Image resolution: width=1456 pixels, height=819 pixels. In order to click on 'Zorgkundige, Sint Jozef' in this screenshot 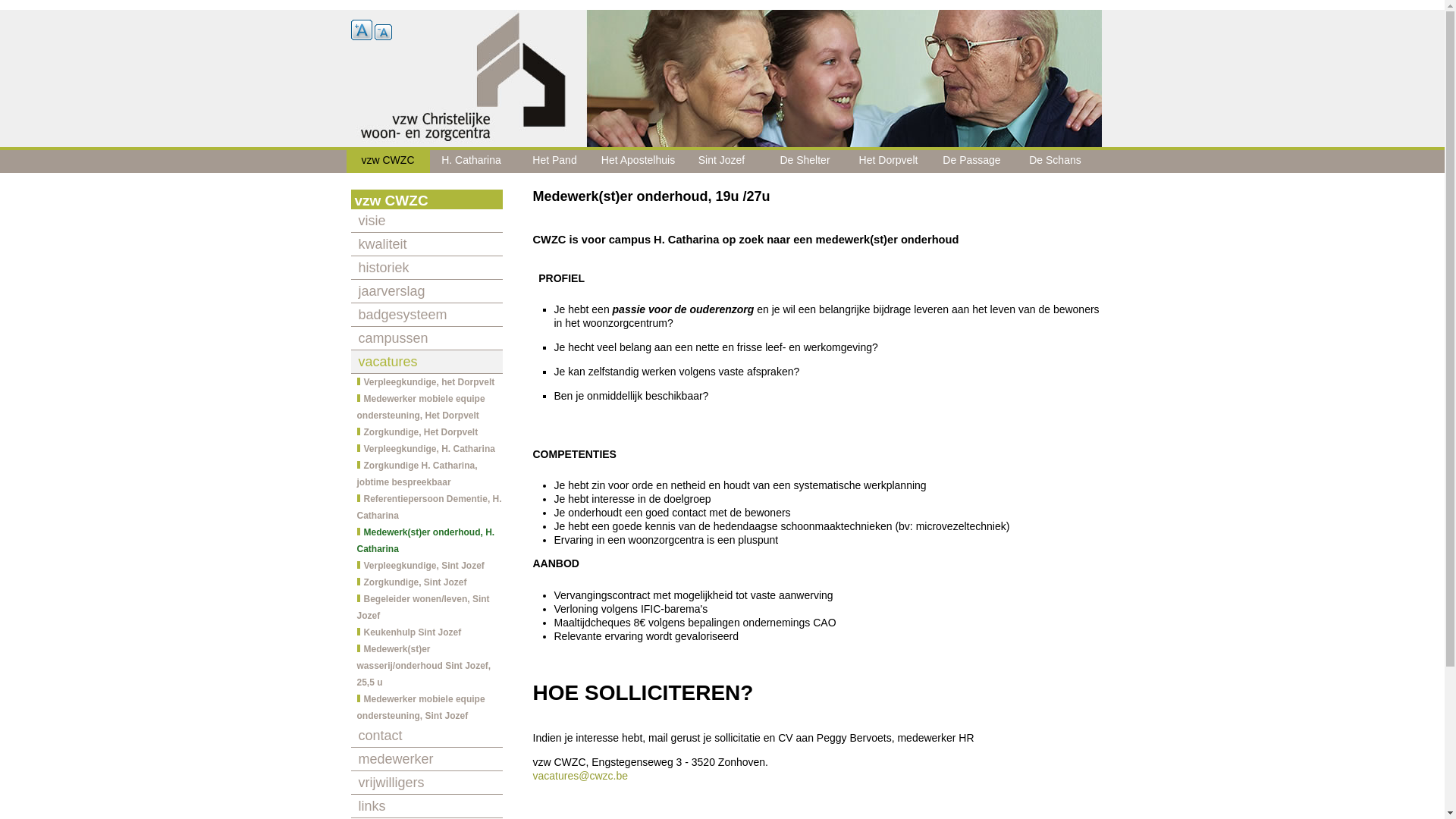, I will do `click(425, 581)`.